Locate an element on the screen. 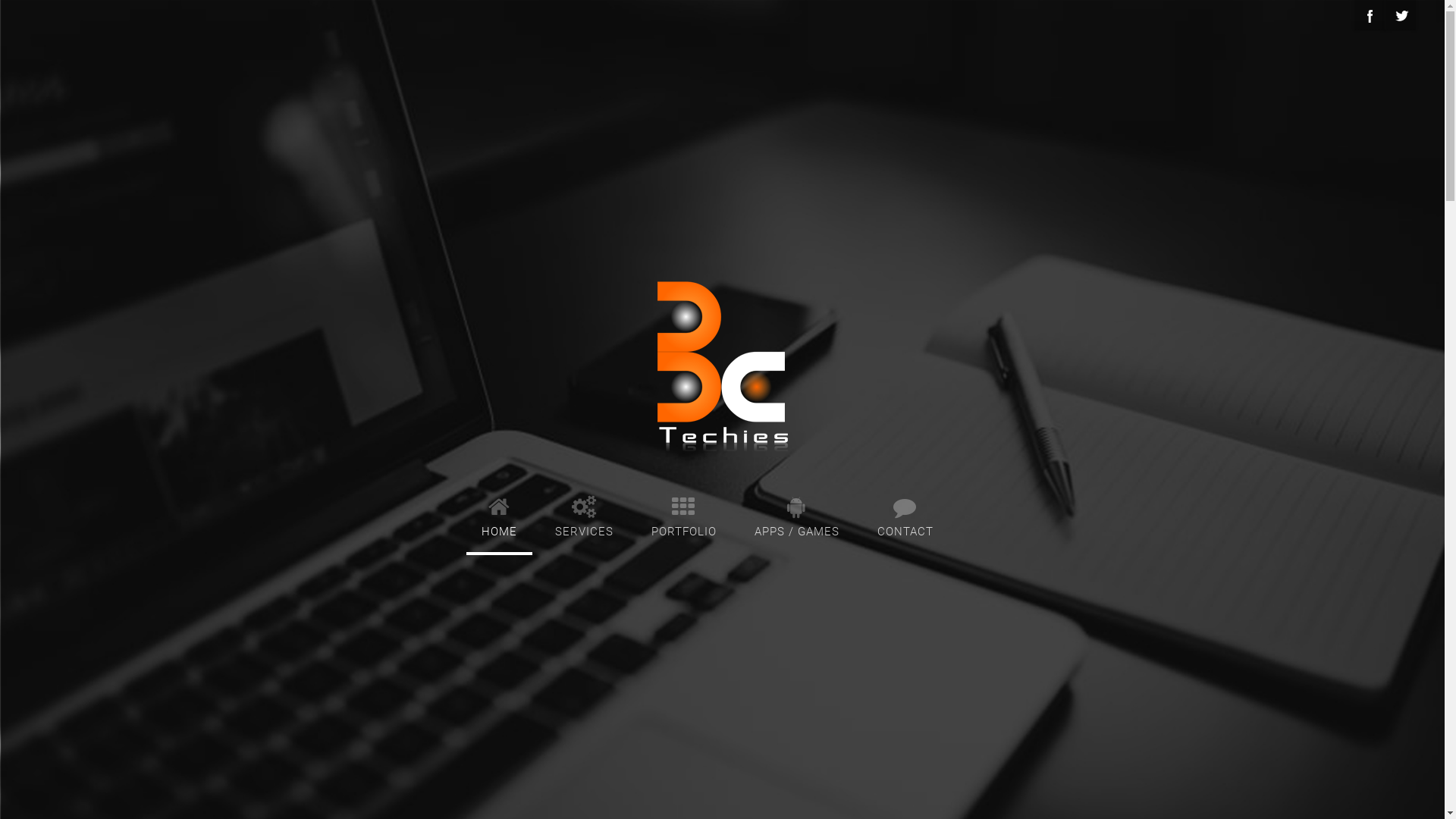 The image size is (1456, 819). 'HOME' is located at coordinates (498, 513).